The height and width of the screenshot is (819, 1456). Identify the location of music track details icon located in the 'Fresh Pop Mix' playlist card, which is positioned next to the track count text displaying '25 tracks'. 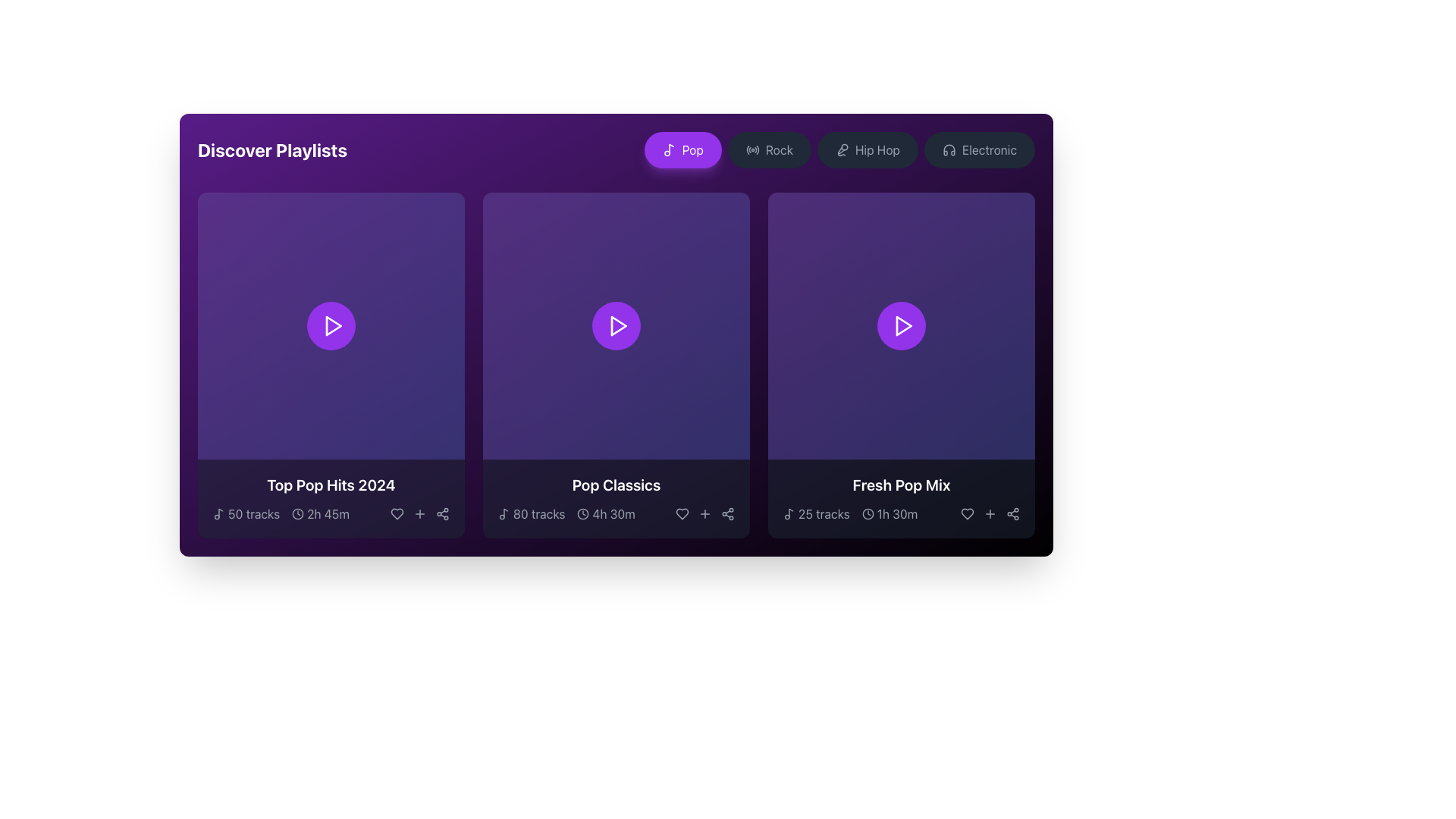
(789, 513).